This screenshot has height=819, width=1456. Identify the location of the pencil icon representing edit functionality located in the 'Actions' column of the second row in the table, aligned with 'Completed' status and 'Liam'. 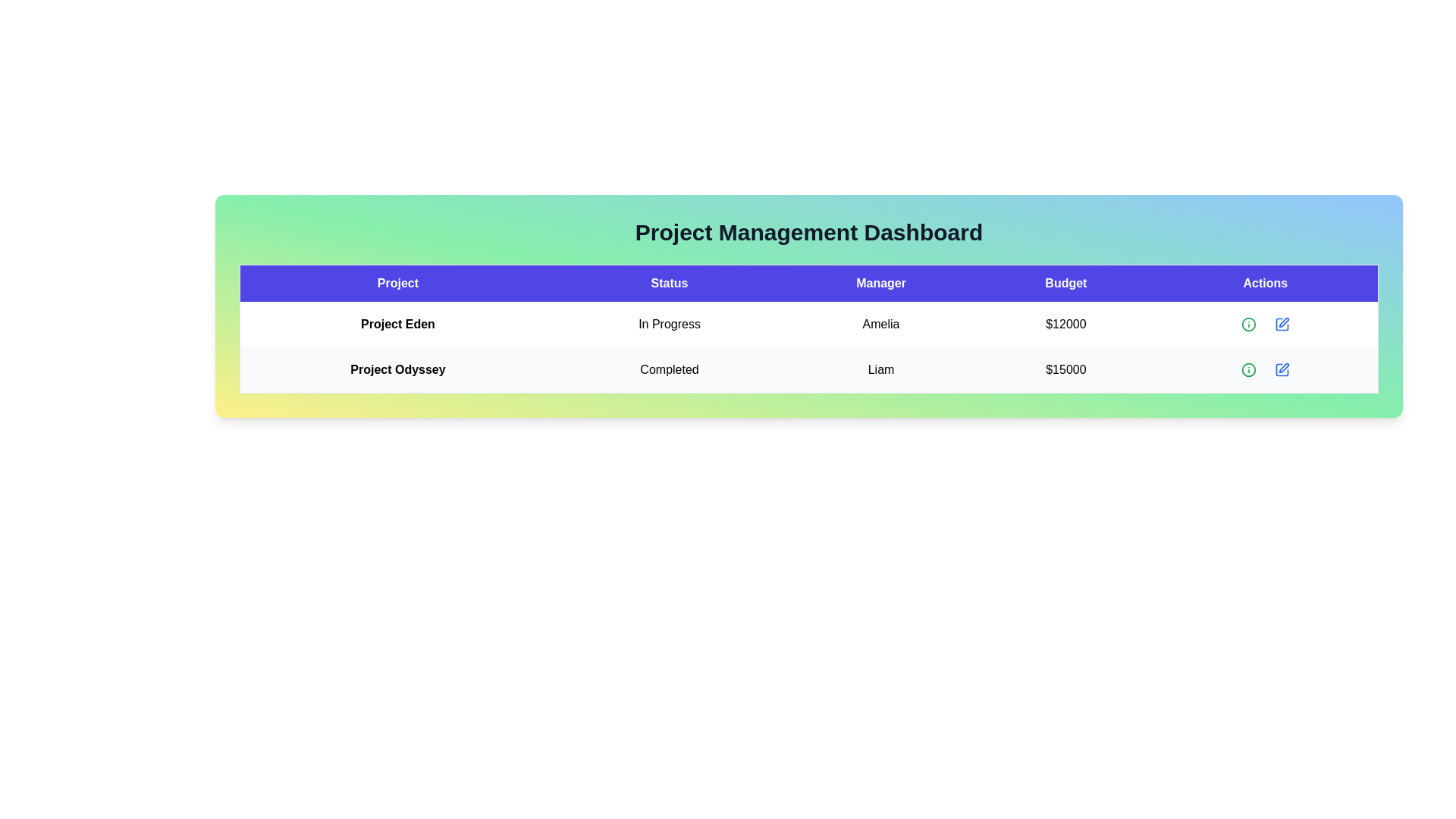
(1283, 368).